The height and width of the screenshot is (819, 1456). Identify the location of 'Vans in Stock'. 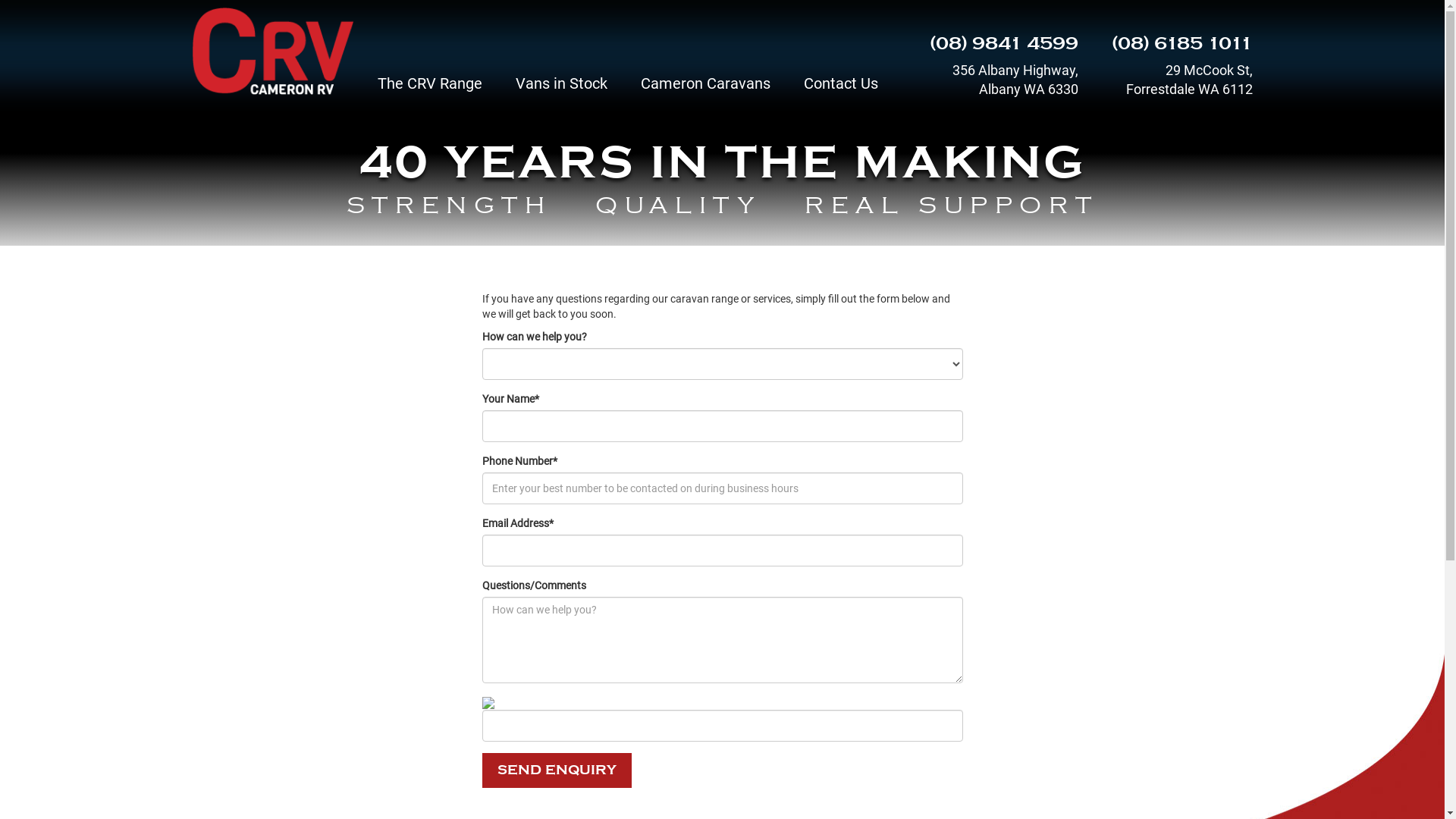
(498, 90).